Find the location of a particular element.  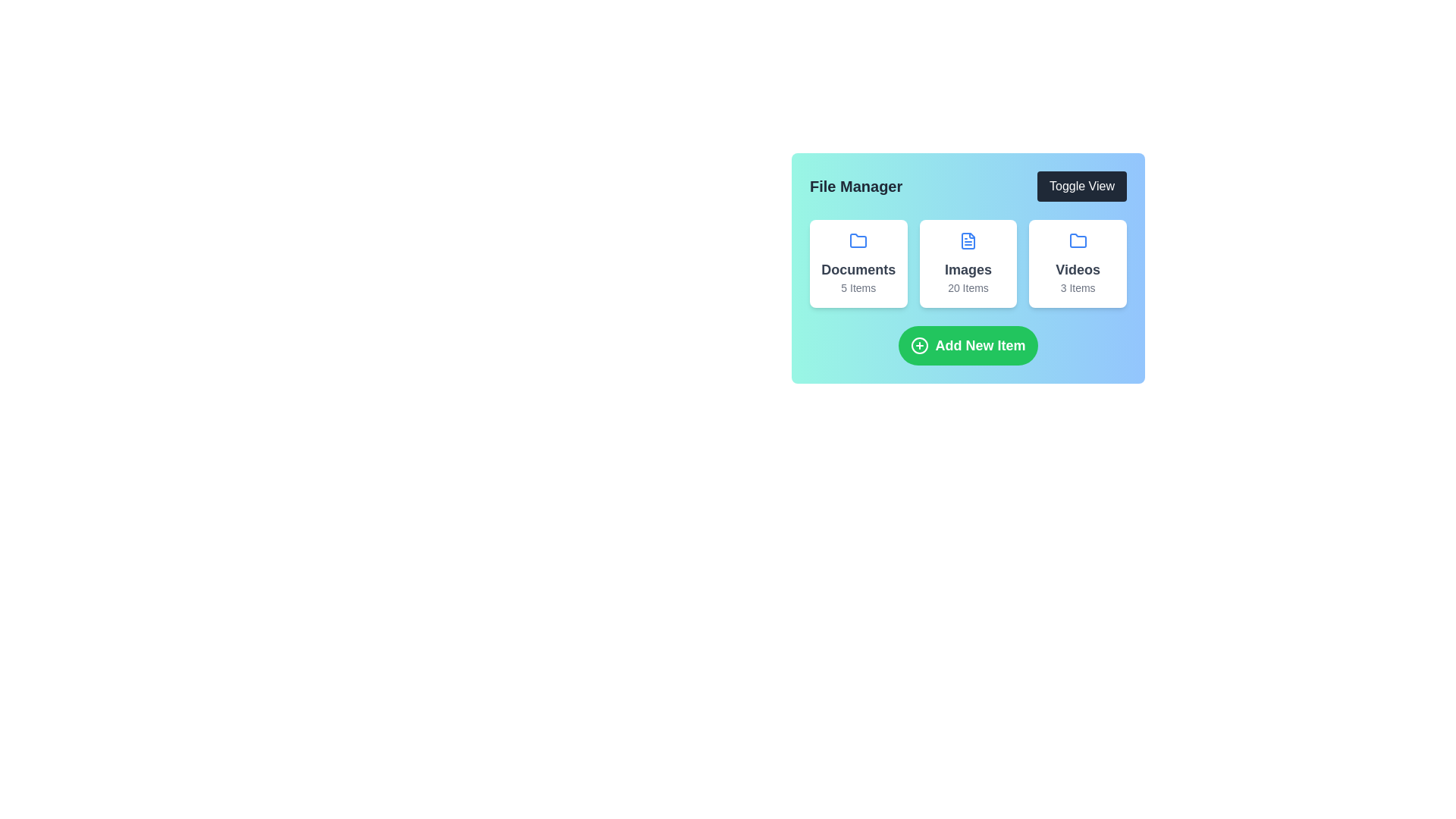

the 'Videos' category icon in the File Manager section is located at coordinates (1077, 240).